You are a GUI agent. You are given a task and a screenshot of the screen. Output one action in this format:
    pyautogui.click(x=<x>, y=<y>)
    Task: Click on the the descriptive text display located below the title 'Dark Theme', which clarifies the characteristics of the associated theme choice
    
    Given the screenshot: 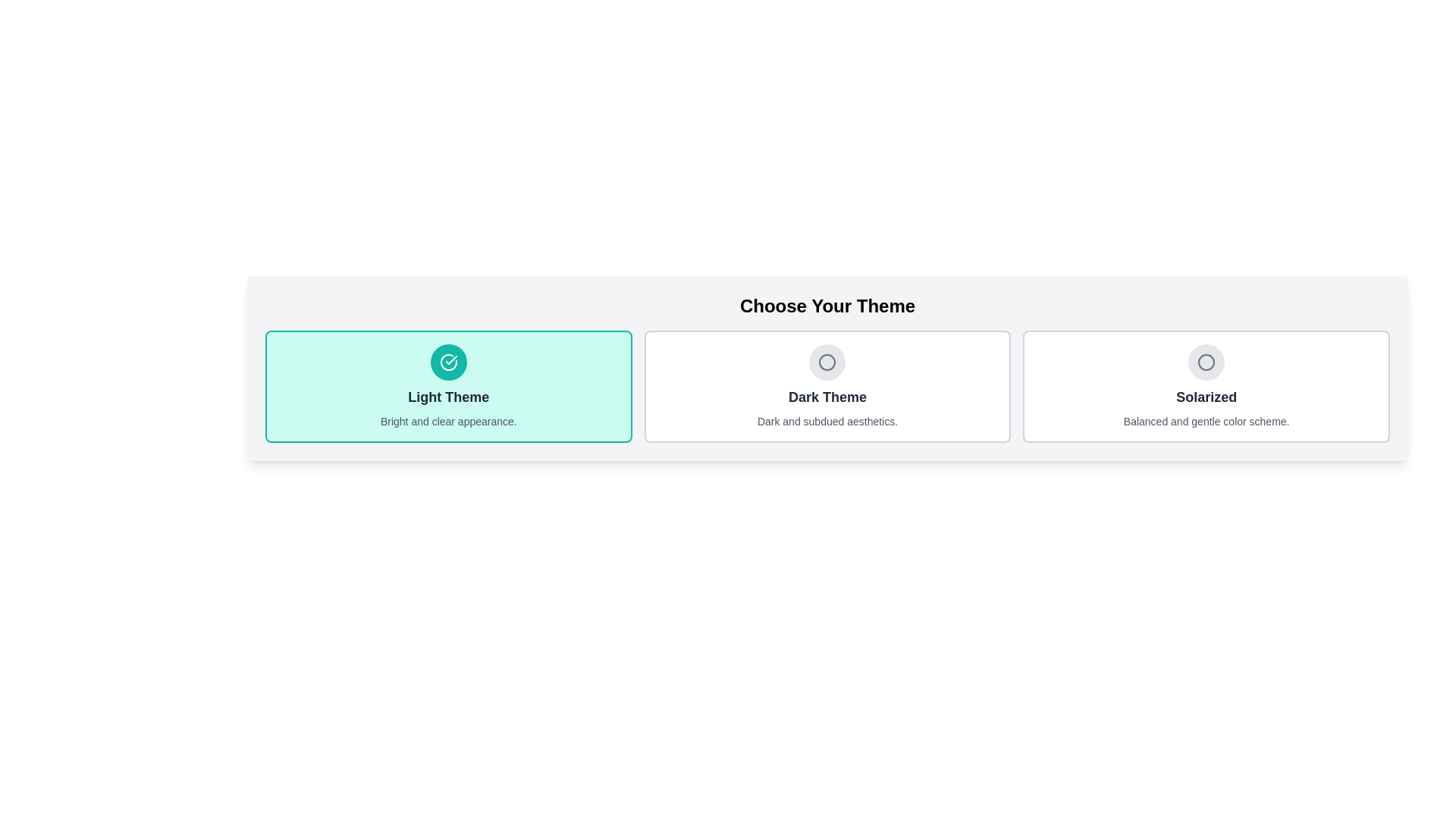 What is the action you would take?
    pyautogui.click(x=827, y=421)
    